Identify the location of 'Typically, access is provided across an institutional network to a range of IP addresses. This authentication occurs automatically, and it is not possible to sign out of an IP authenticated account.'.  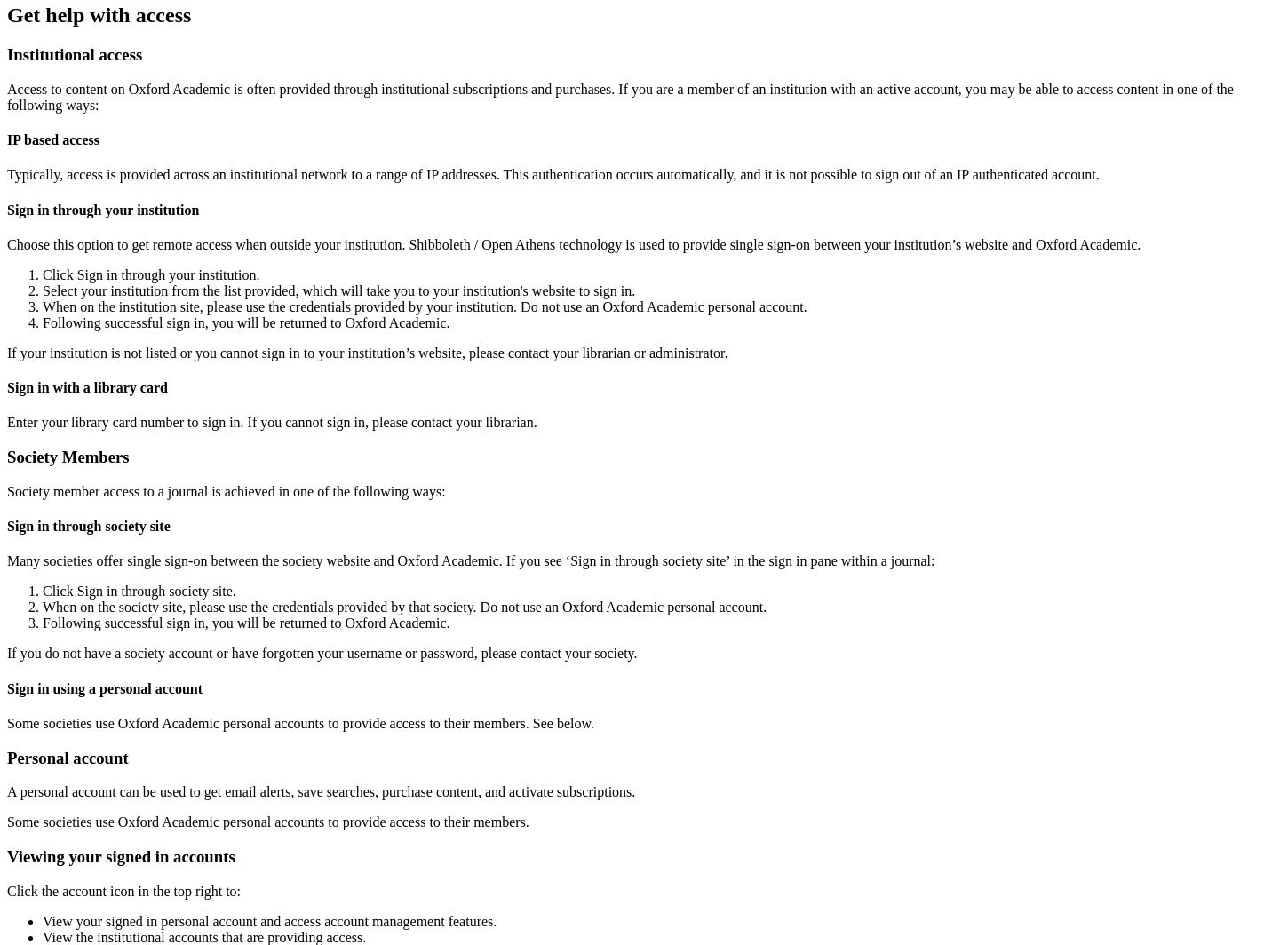
(552, 174).